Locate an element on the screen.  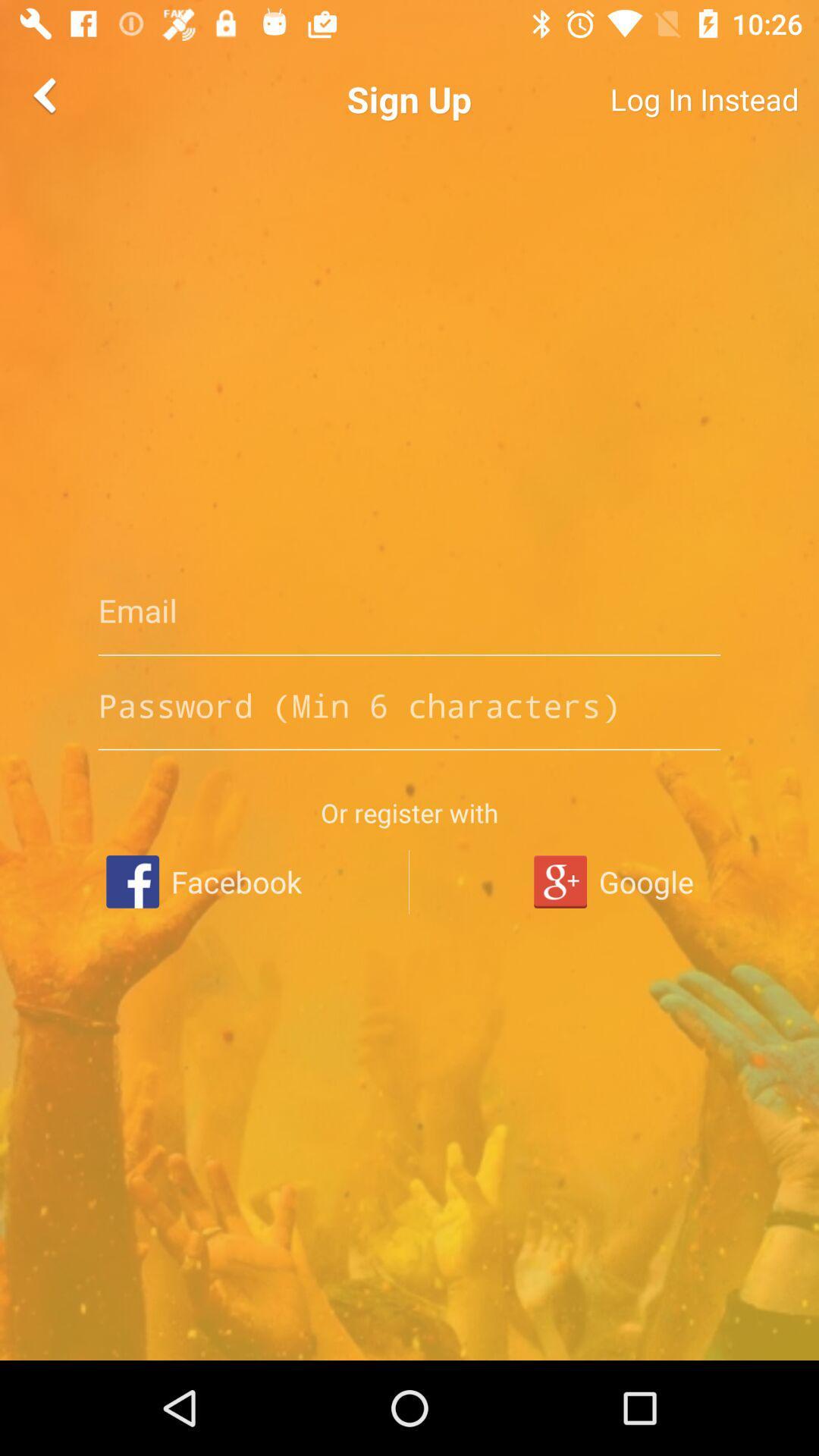
the arrow_backward icon is located at coordinates (46, 94).